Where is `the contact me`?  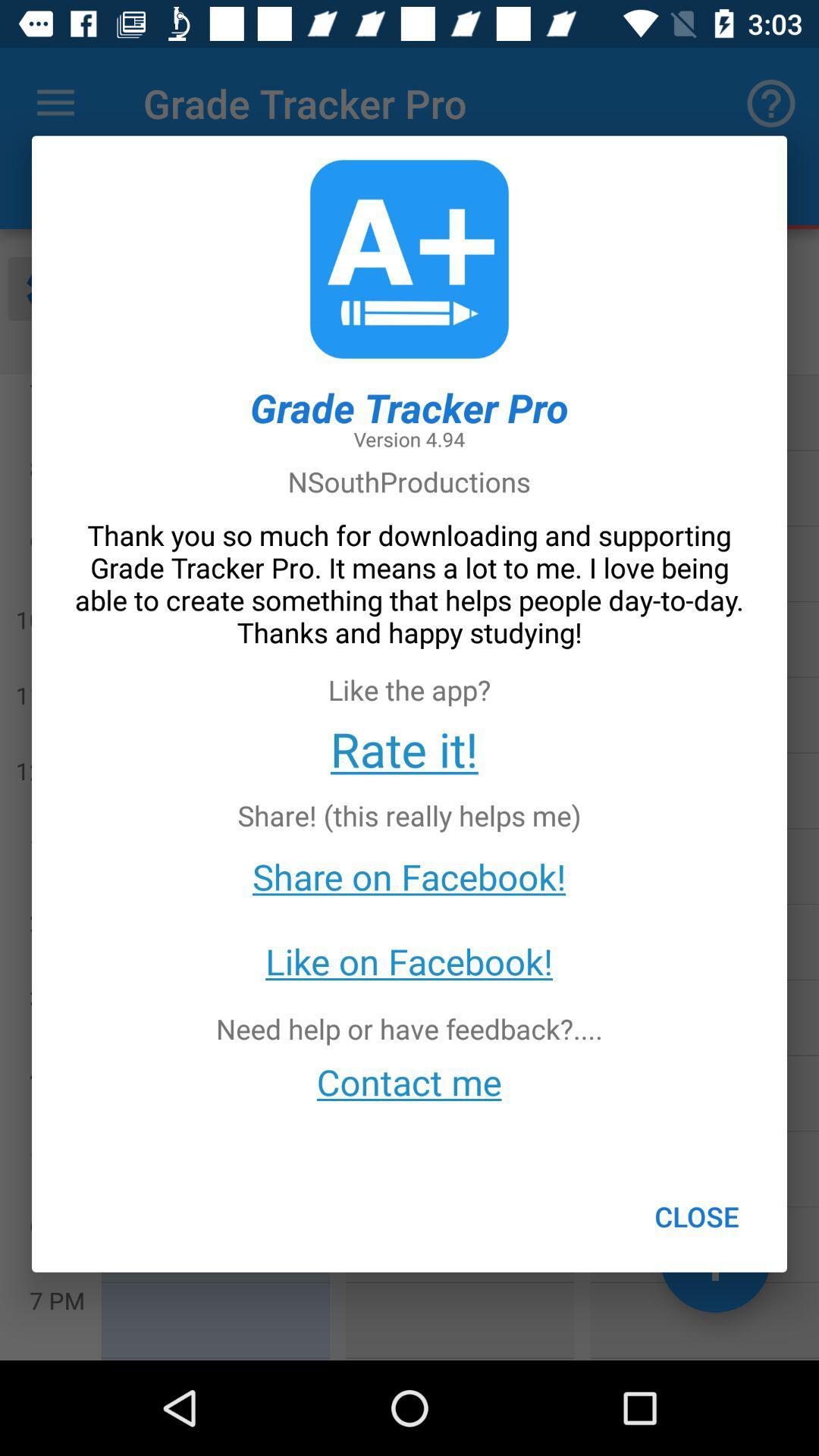
the contact me is located at coordinates (408, 1081).